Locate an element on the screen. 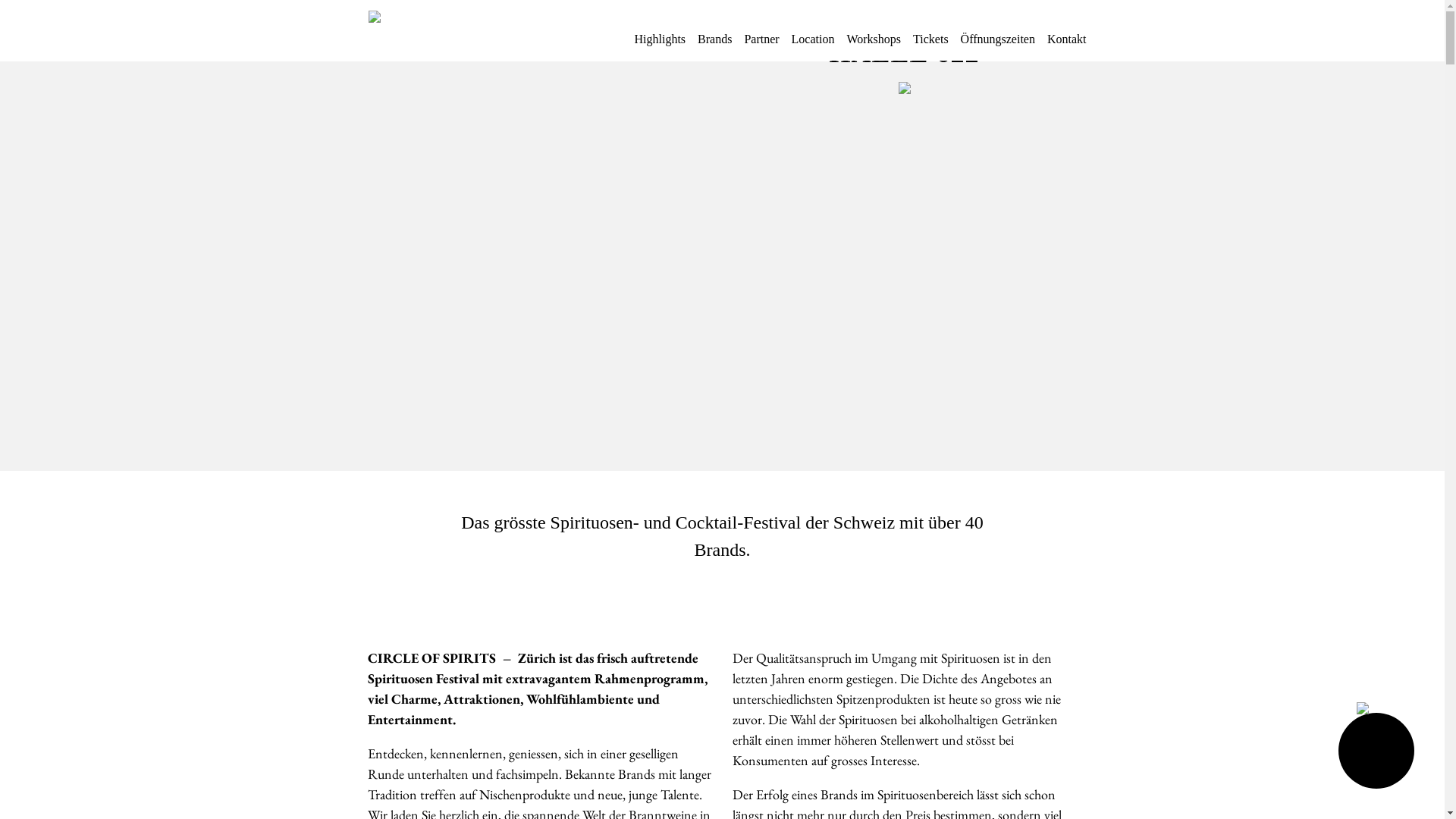  'Kontakt' is located at coordinates (1065, 45).